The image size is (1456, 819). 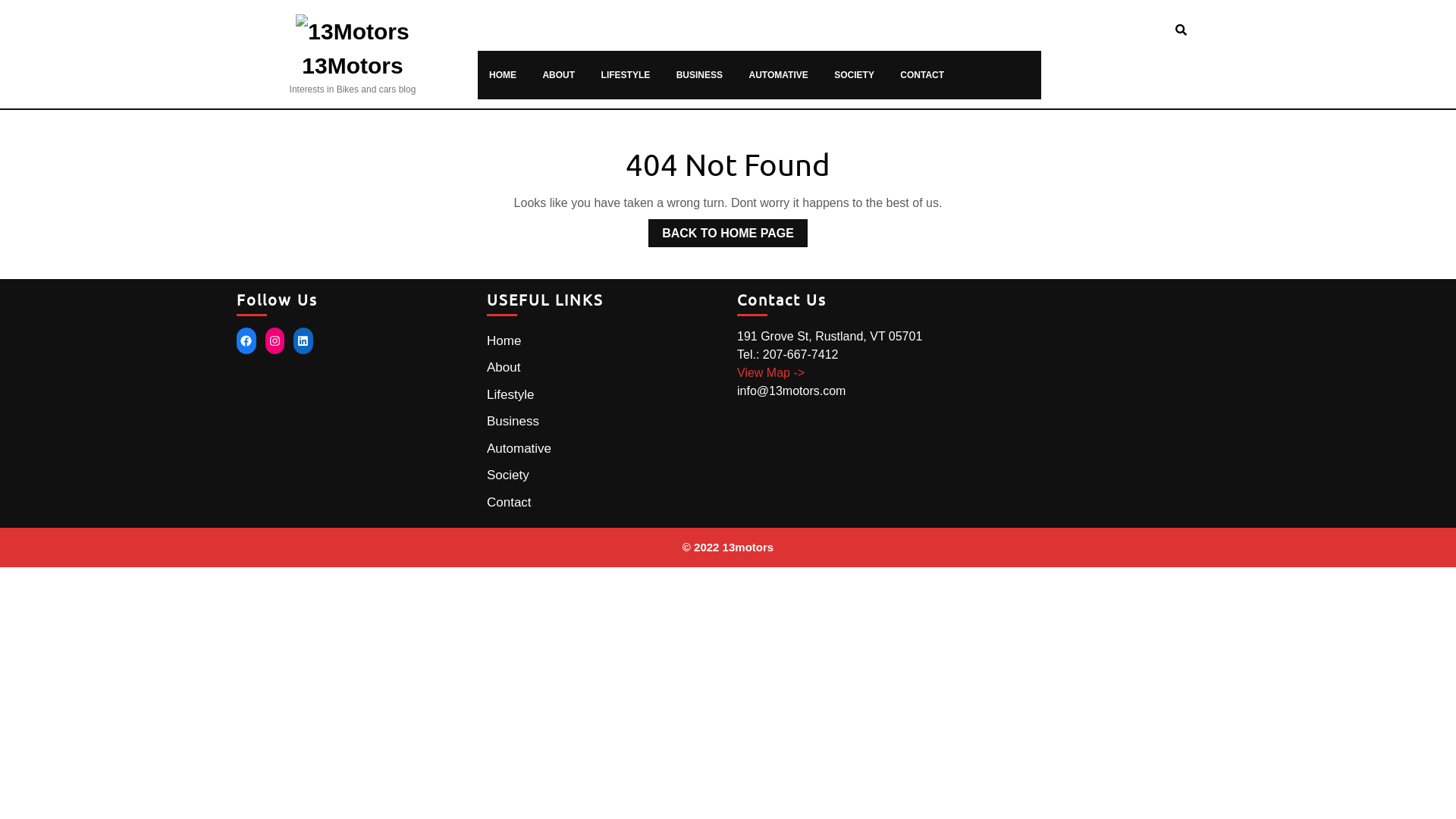 What do you see at coordinates (626, 75) in the screenshot?
I see `'LIFESTYLE'` at bounding box center [626, 75].